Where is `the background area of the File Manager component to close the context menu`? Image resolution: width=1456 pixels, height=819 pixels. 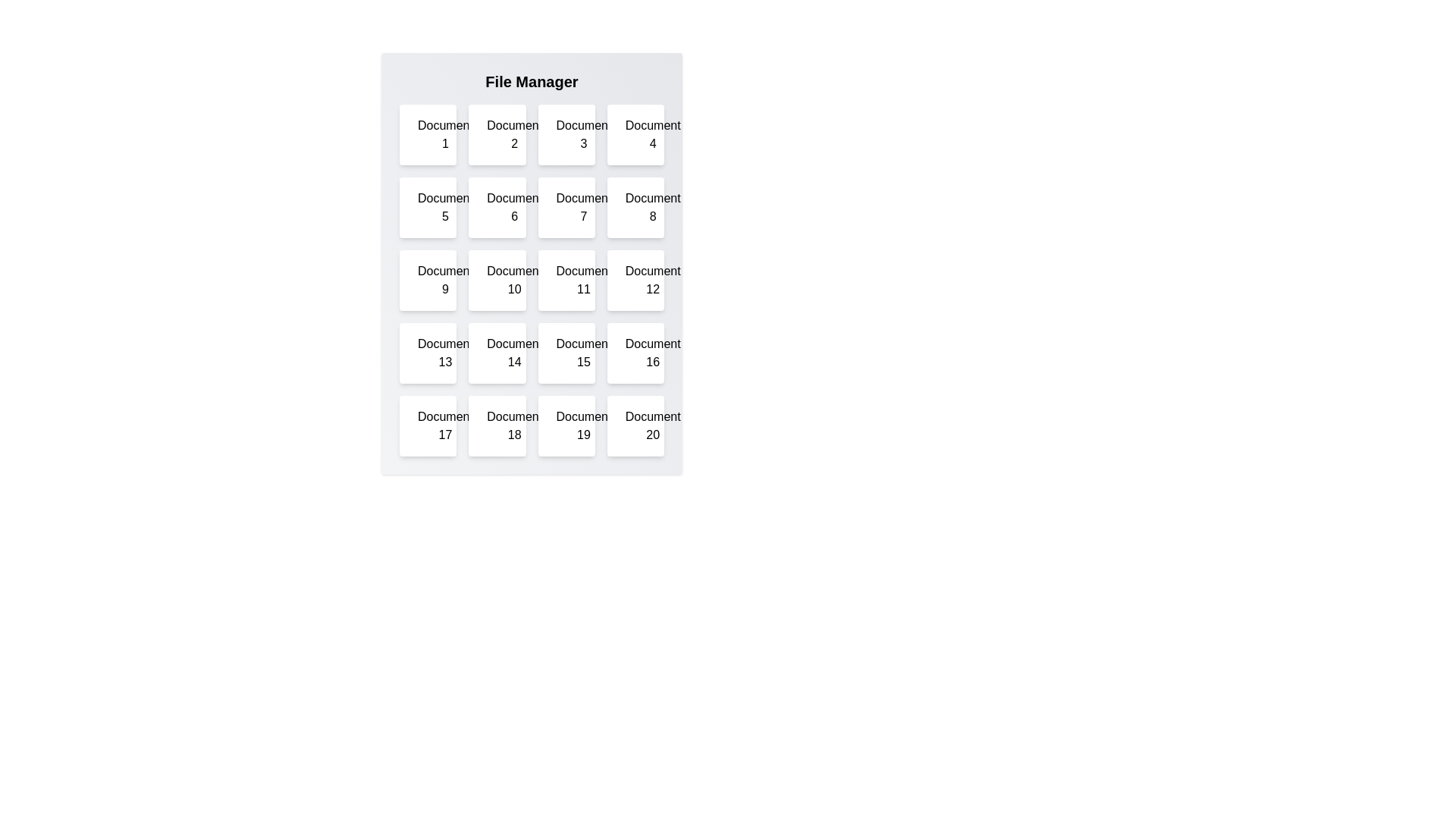 the background area of the File Manager component to close the context menu is located at coordinates (531, 37).